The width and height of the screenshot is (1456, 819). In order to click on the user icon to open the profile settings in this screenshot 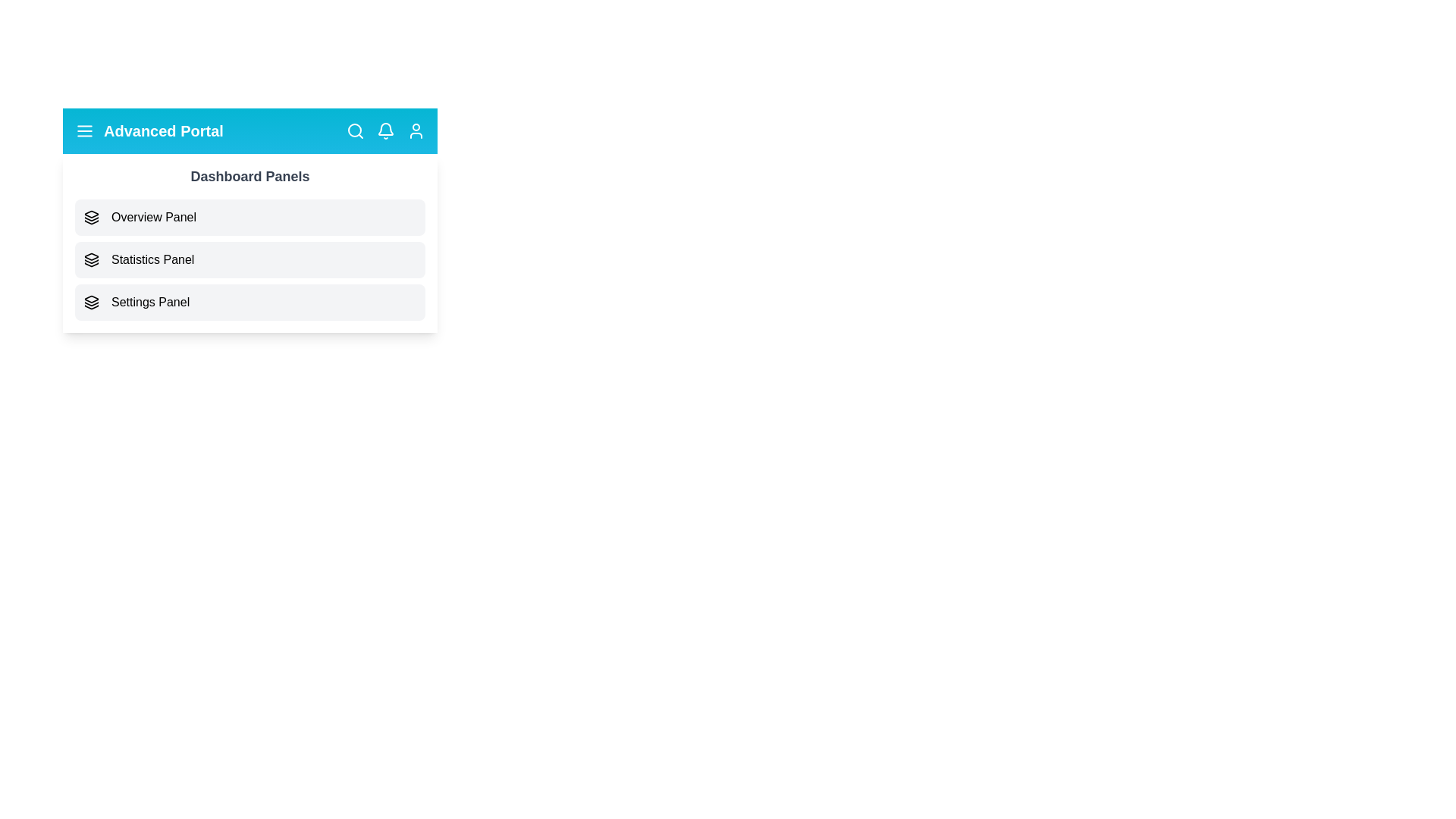, I will do `click(416, 130)`.